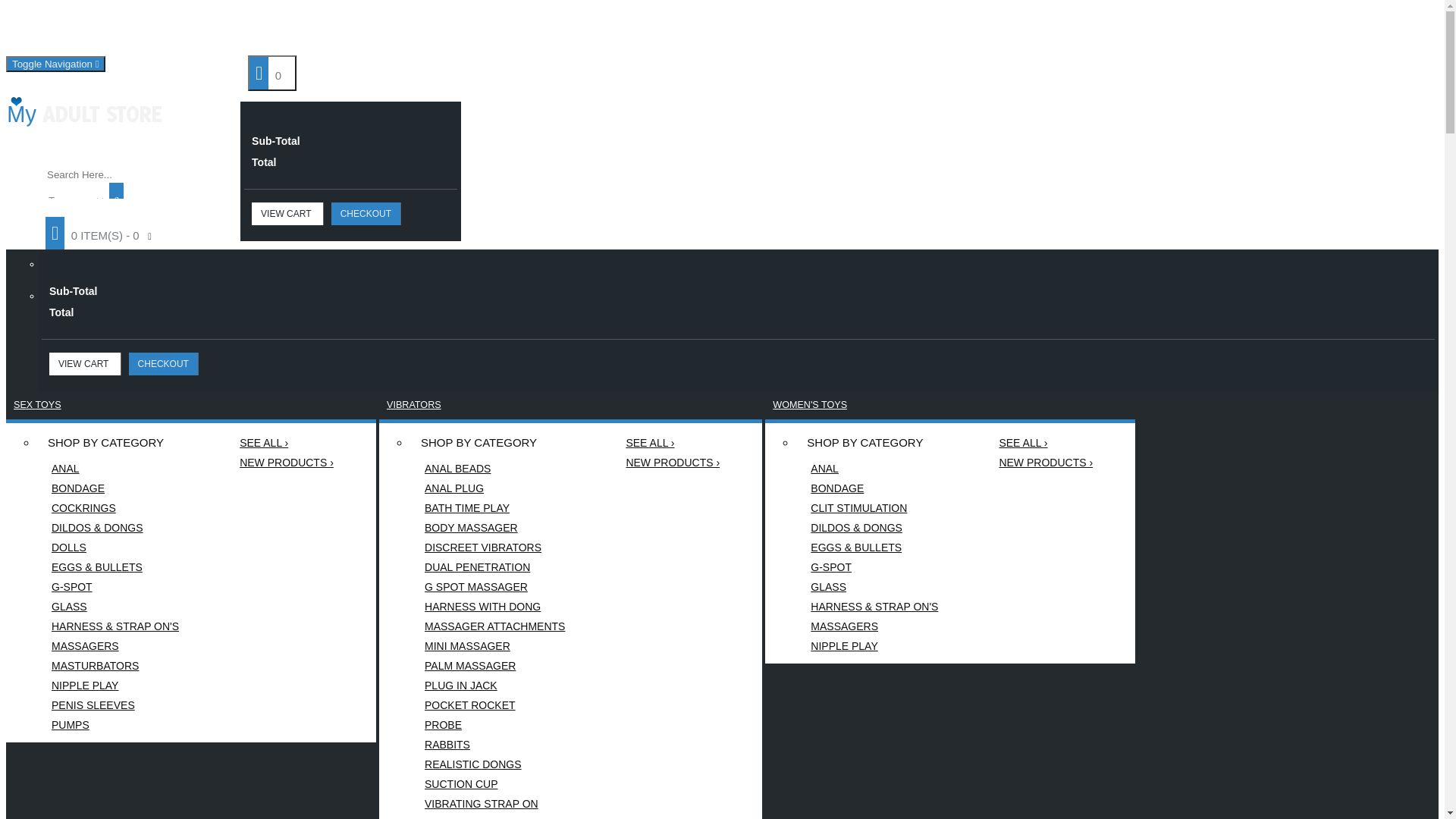 The image size is (1456, 819). Describe the element at coordinates (874, 605) in the screenshot. I see `'HARNESS & STRAP ON'S'` at that location.